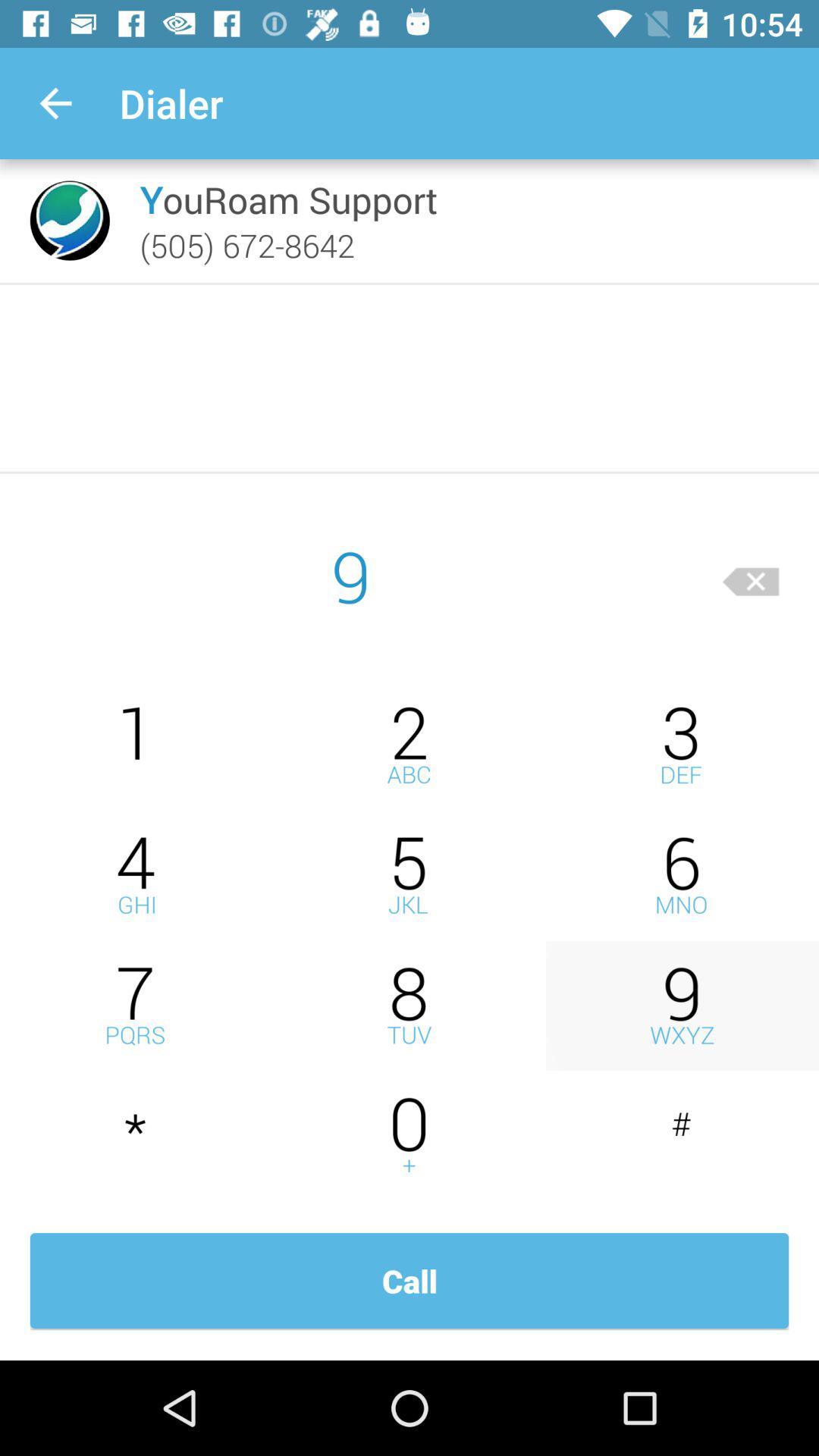 The image size is (819, 1456). I want to click on a digit, so click(136, 745).